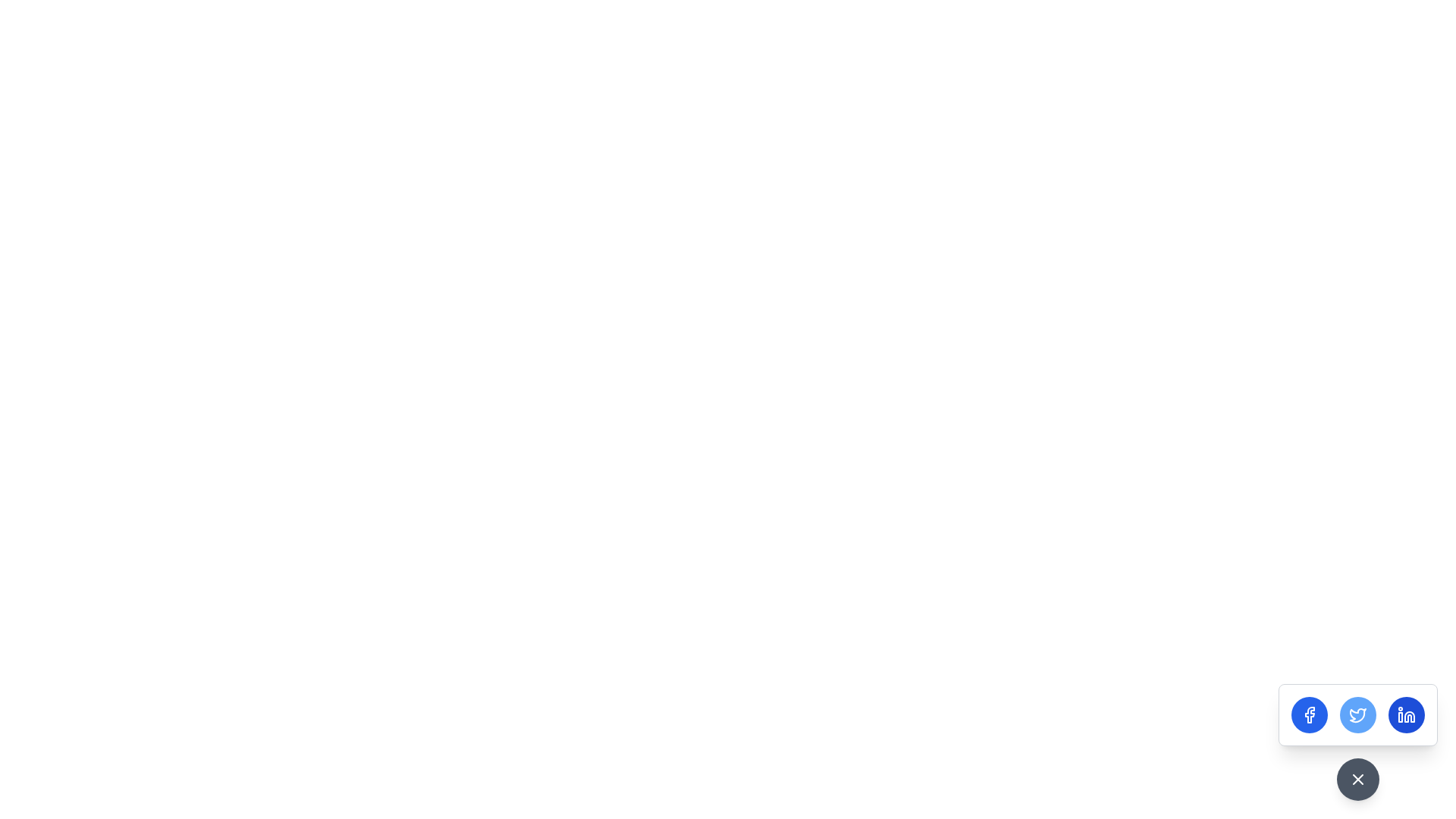 The image size is (1456, 819). I want to click on the decorative rectangle element of the LinkedIn logo, so click(1400, 717).